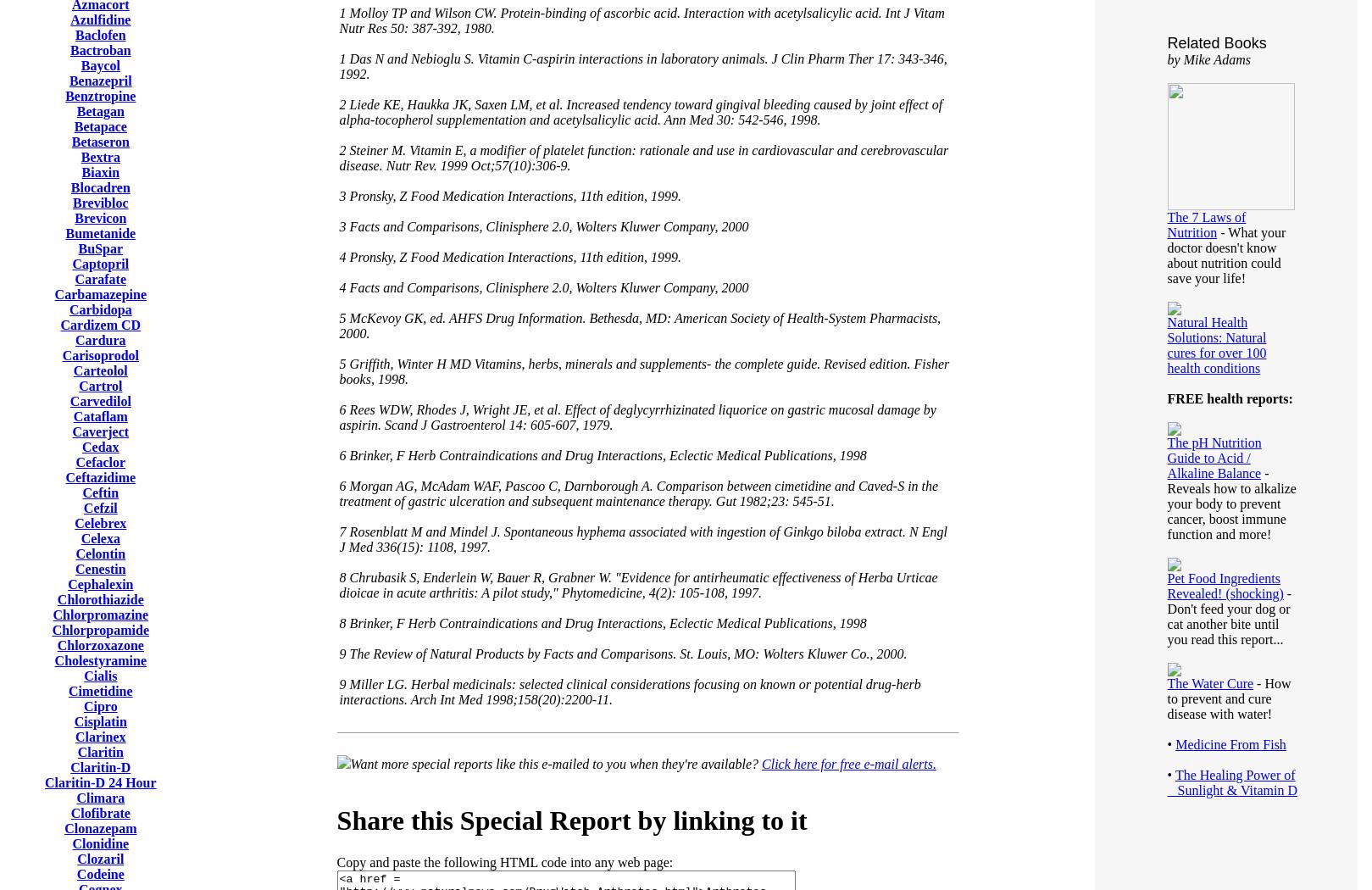 The height and width of the screenshot is (890, 1372). Describe the element at coordinates (571, 819) in the screenshot. I see `'Share this Special Report by linking to it'` at that location.